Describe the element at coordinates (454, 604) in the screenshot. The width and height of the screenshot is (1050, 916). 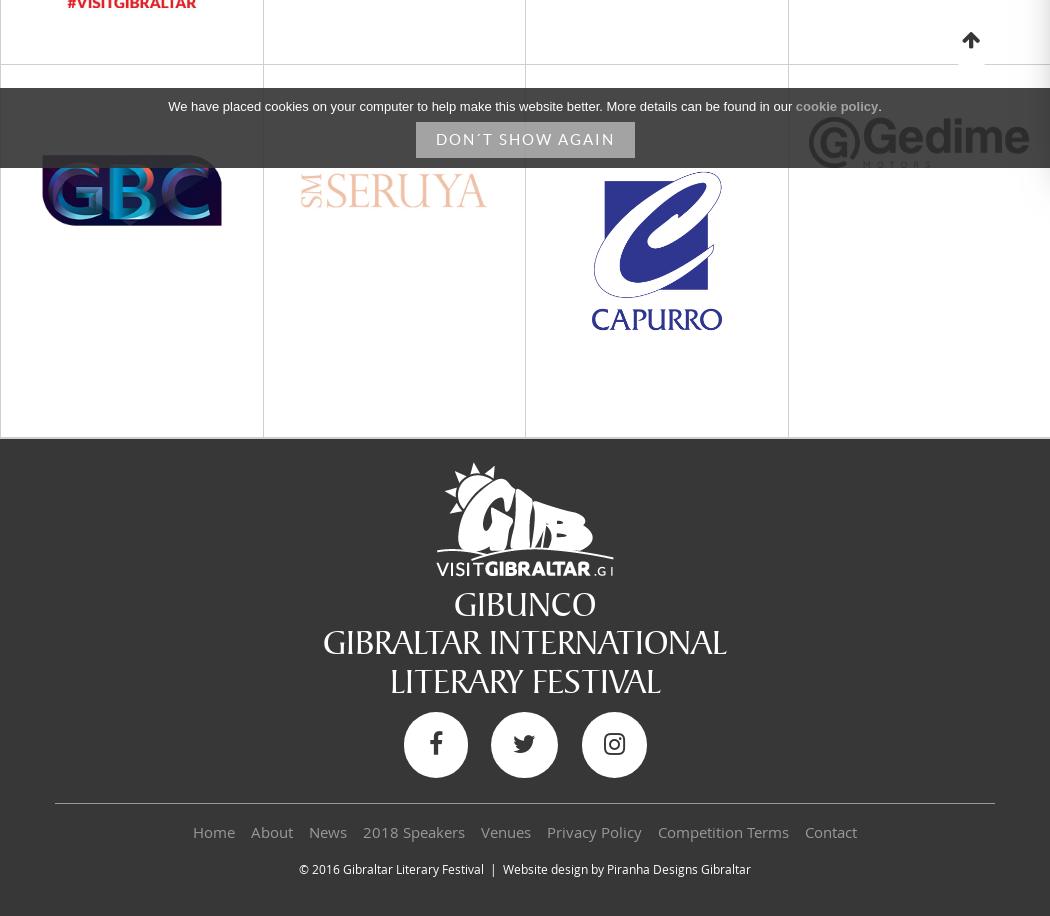
I see `'GIBUNCO'` at that location.